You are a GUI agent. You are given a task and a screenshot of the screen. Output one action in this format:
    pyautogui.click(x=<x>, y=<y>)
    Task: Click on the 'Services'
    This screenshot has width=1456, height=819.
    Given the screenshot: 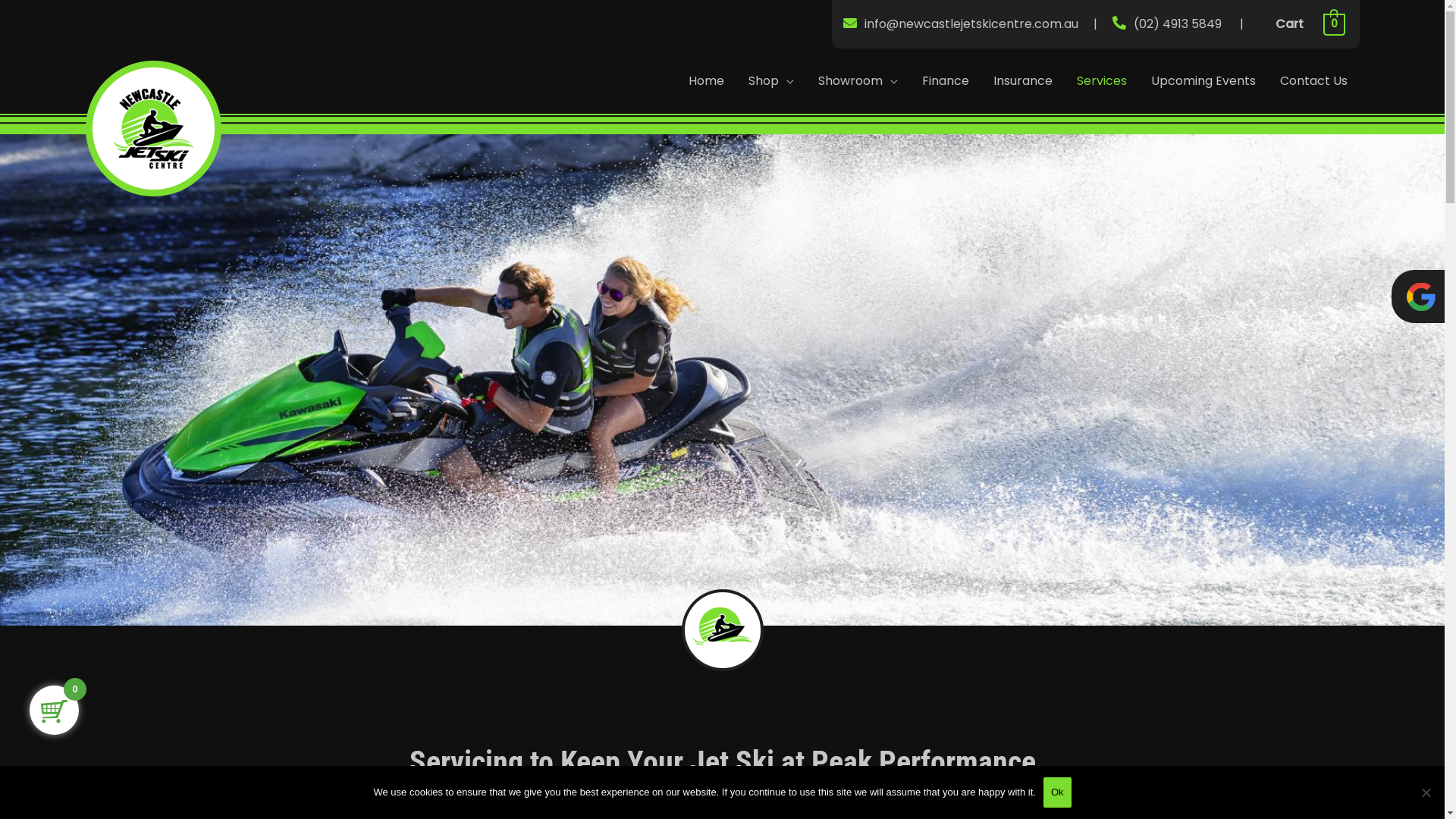 What is the action you would take?
    pyautogui.click(x=1102, y=81)
    